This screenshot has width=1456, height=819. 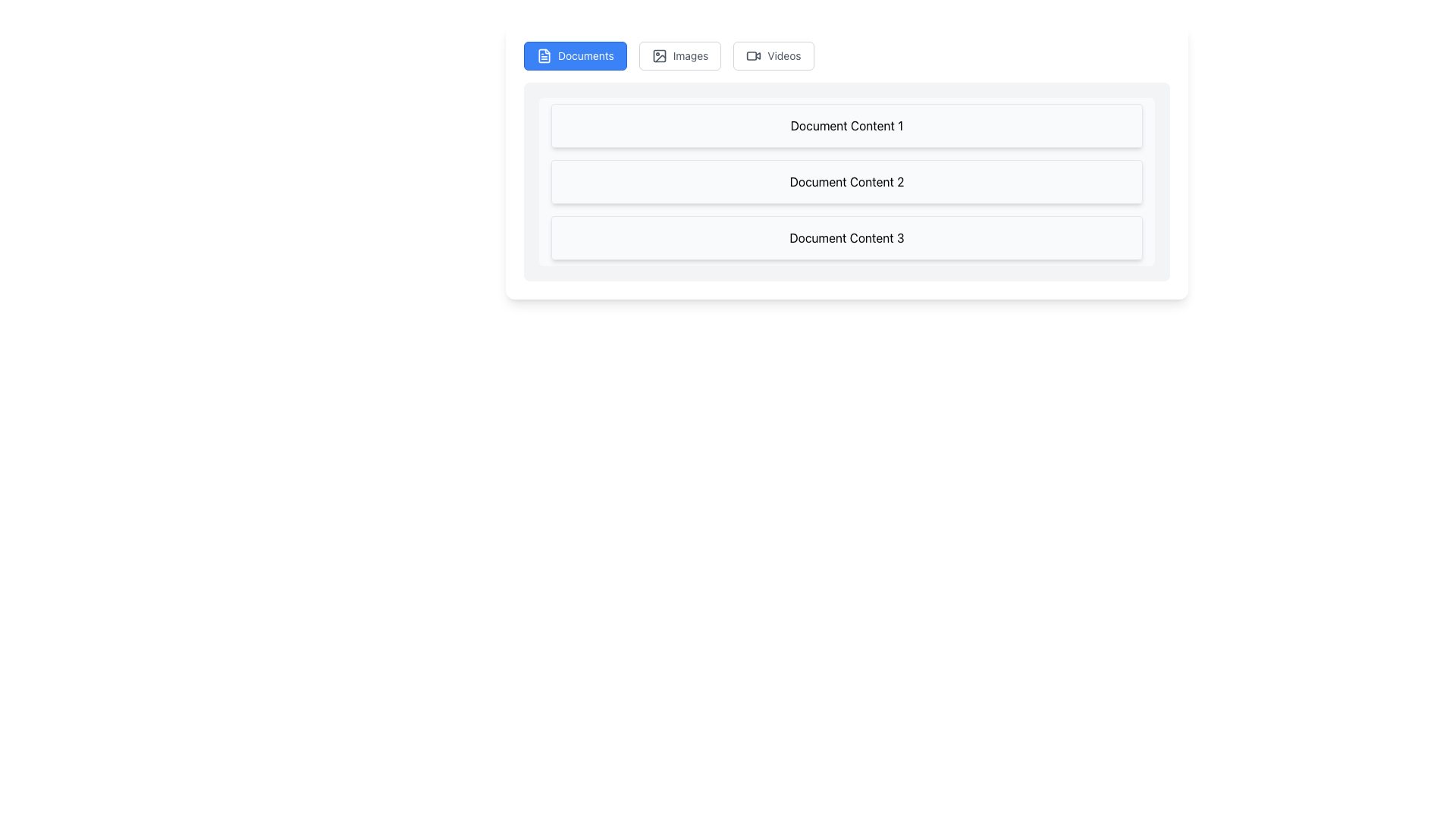 I want to click on the 'Documents' tab in the navigation bar, so click(x=846, y=55).